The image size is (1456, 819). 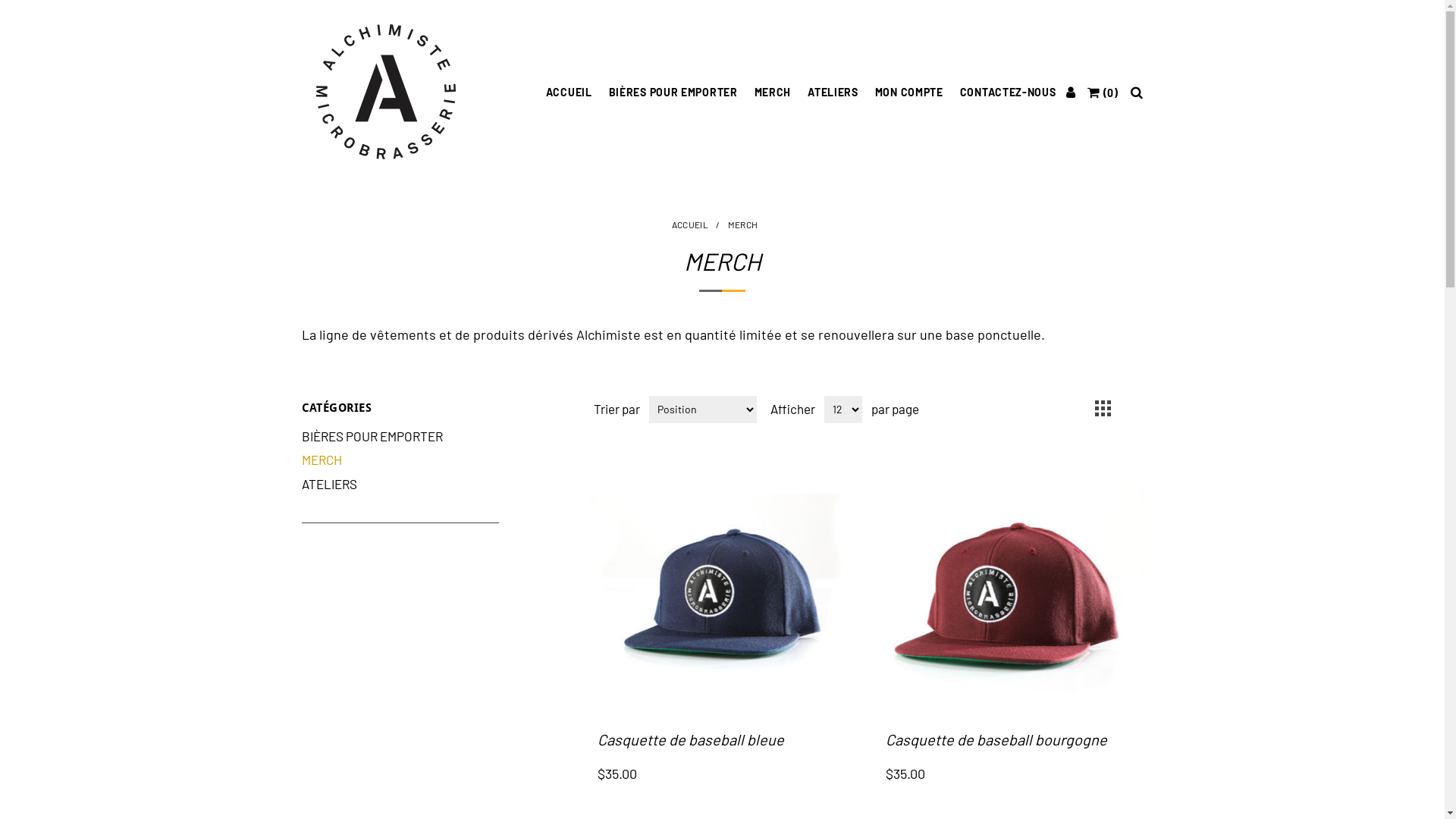 I want to click on 'ATELIERS', so click(x=328, y=485).